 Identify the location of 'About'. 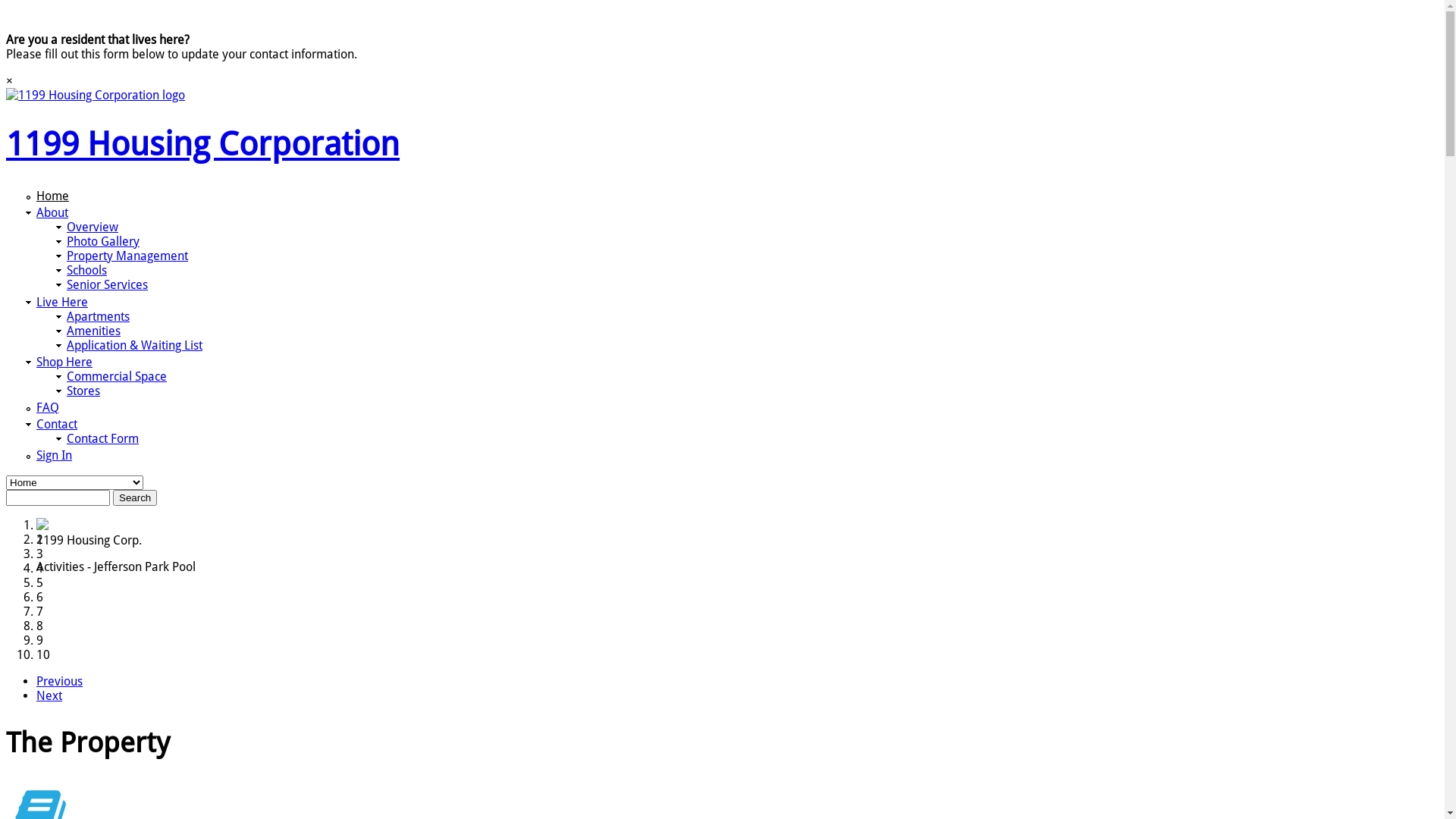
(36, 212).